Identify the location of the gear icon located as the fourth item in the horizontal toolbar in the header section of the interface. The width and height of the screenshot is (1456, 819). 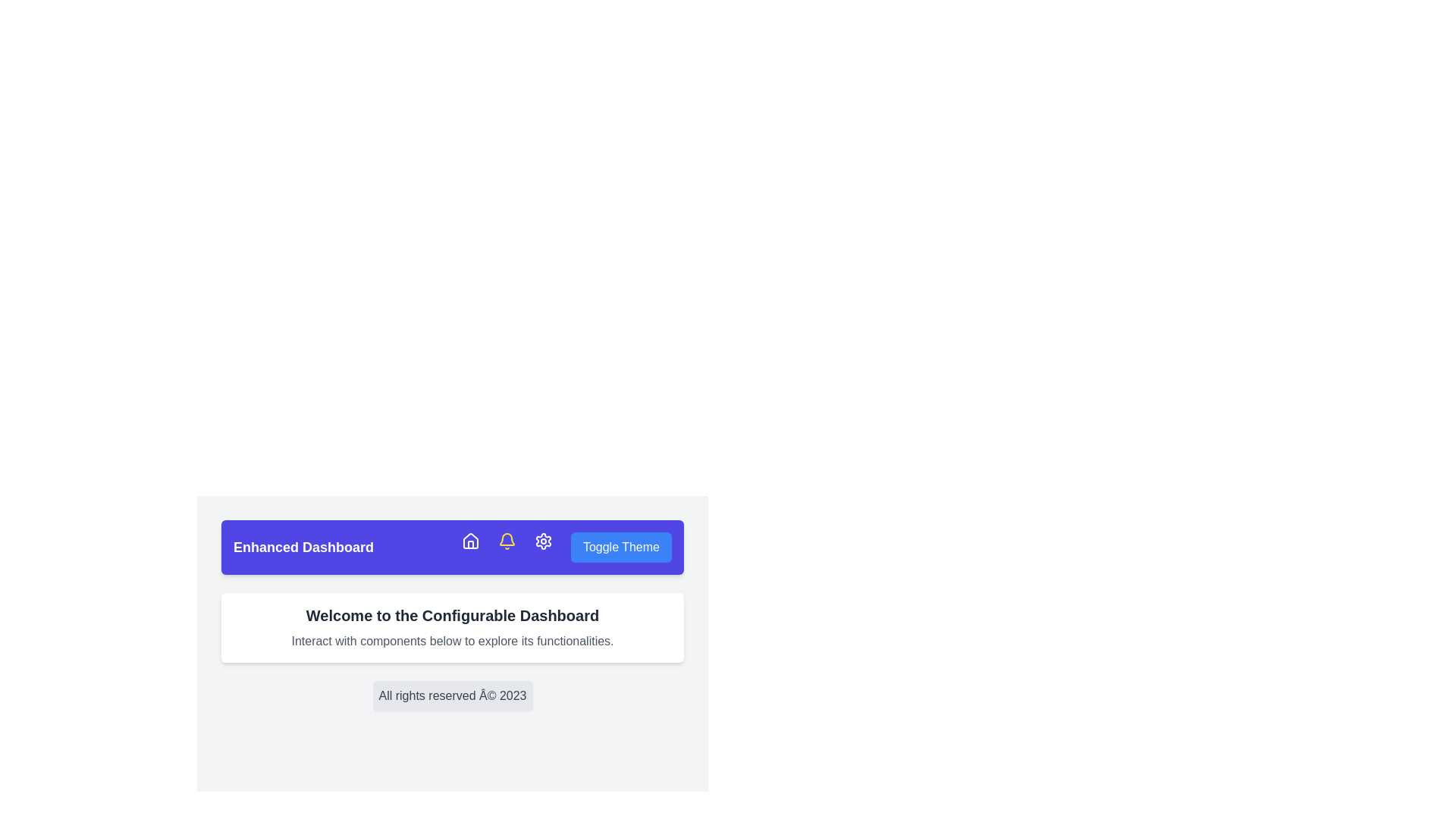
(543, 540).